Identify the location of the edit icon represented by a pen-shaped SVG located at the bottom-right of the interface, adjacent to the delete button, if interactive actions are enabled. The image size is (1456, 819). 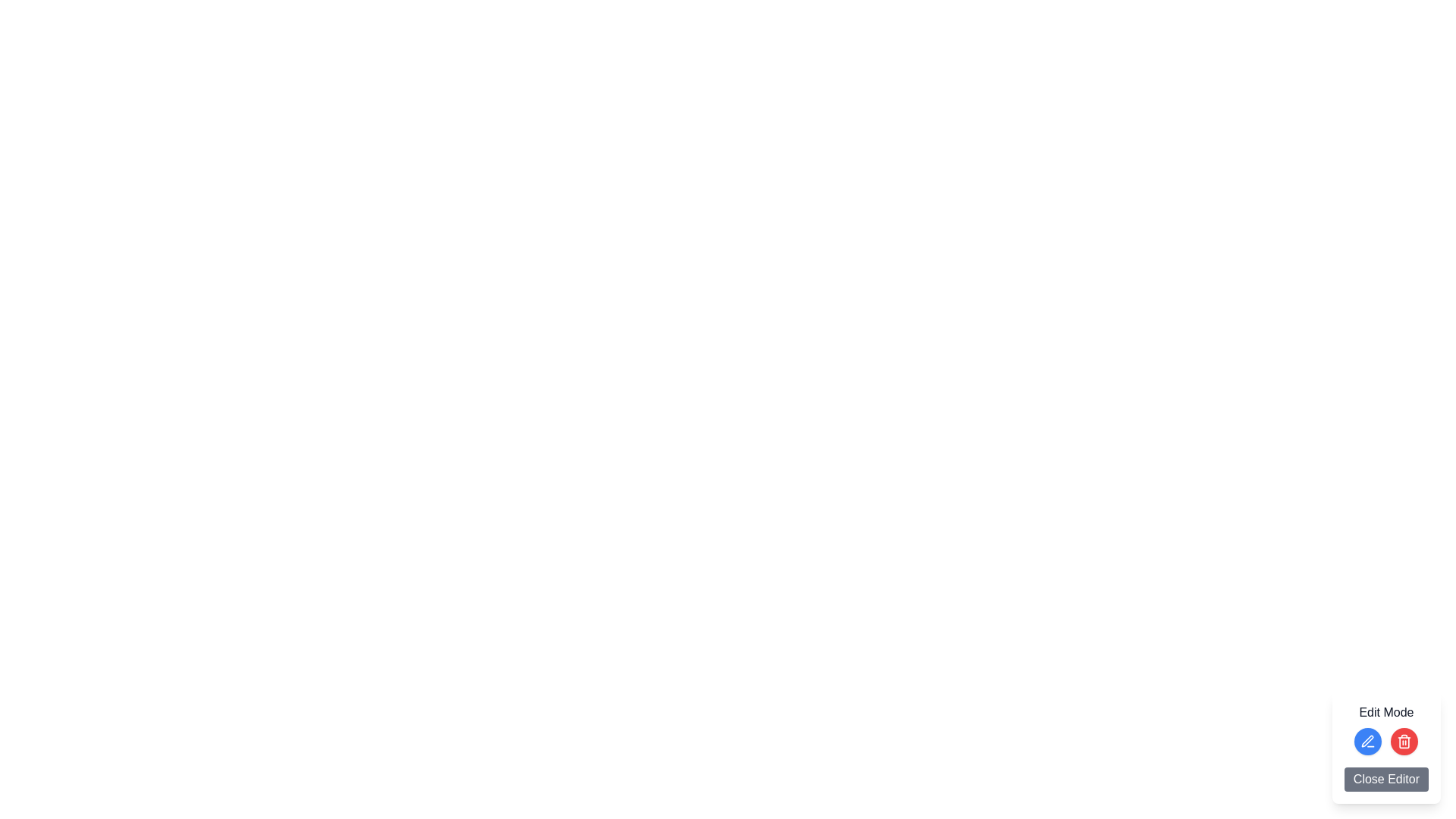
(1368, 740).